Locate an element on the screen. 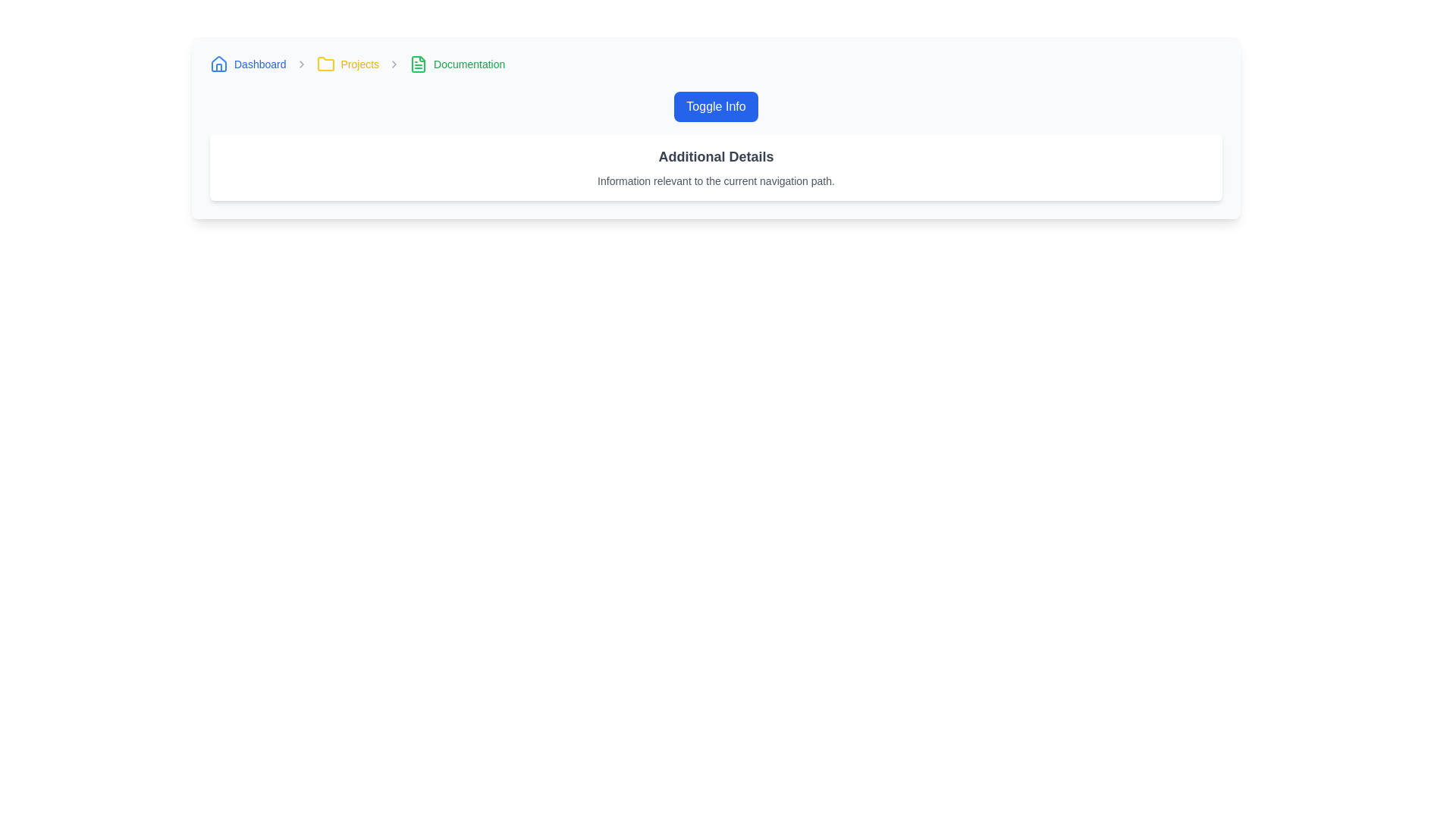 The image size is (1456, 819). the decorative graphic representing the door of the house icon located at the bottom center of the navigation bar is located at coordinates (218, 67).